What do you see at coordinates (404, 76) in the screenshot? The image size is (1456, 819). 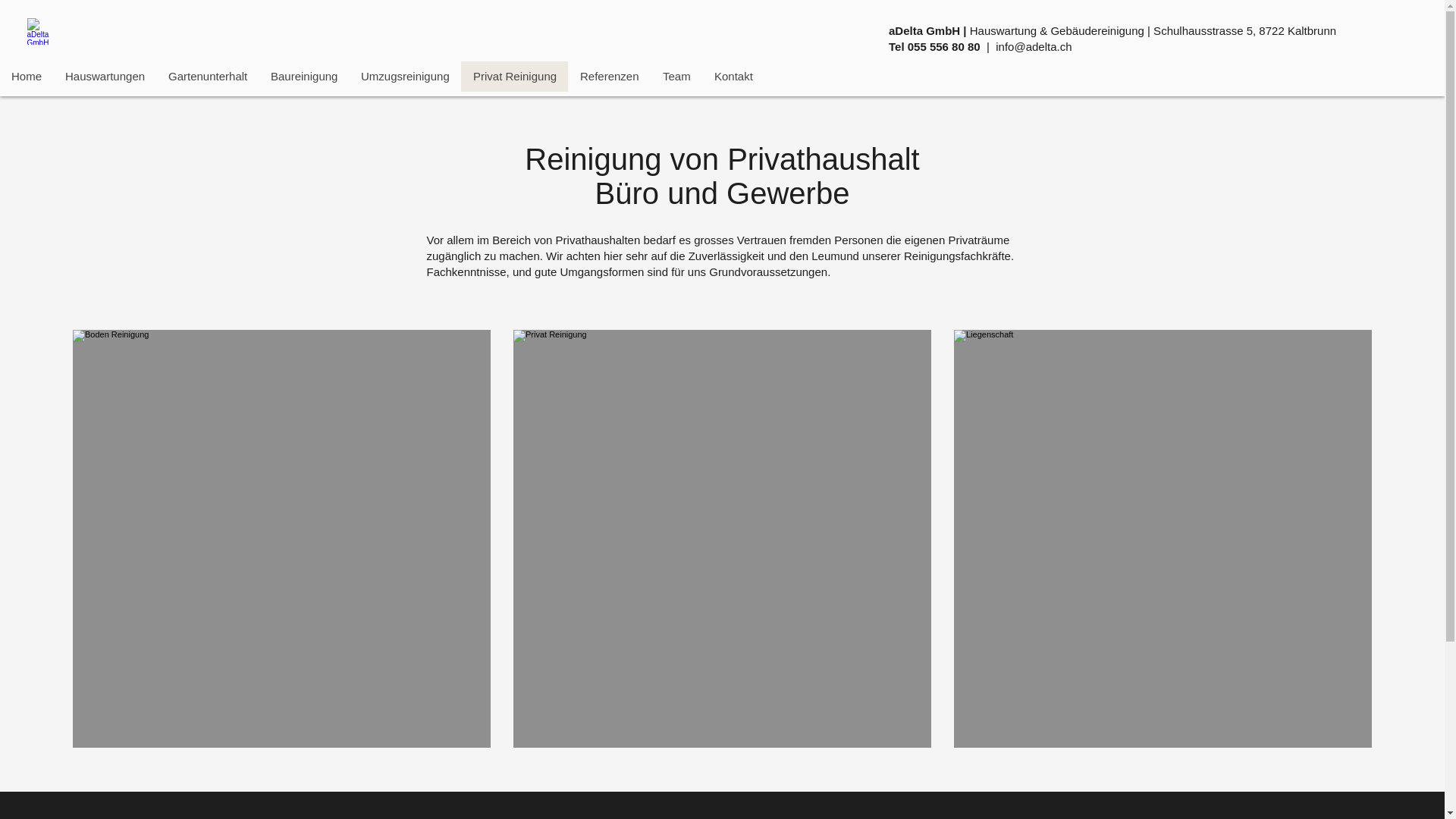 I see `'Umzugsreinigung'` at bounding box center [404, 76].